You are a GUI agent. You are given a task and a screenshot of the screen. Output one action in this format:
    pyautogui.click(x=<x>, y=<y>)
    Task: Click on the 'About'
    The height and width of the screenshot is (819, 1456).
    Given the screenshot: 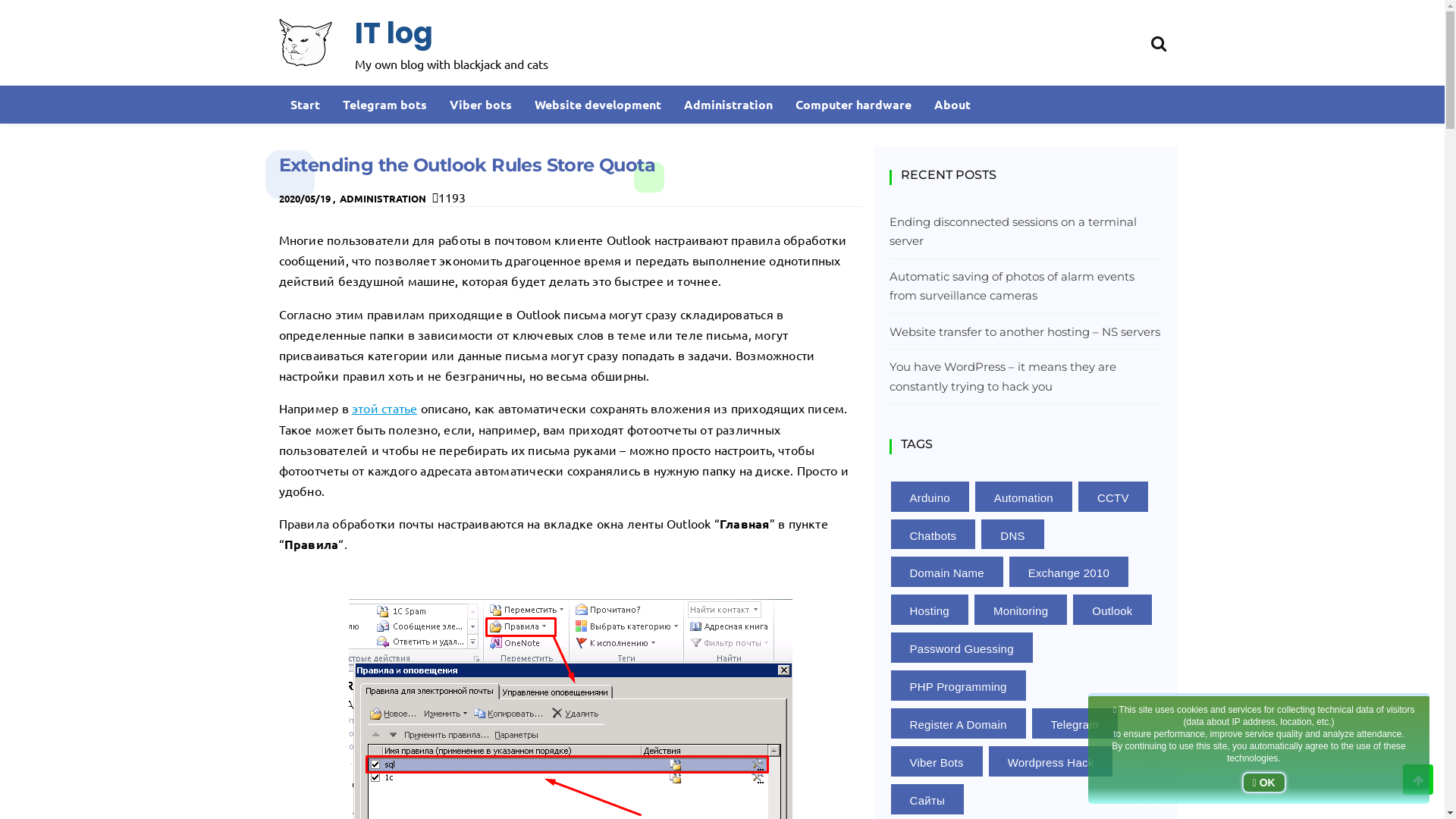 What is the action you would take?
    pyautogui.click(x=921, y=104)
    